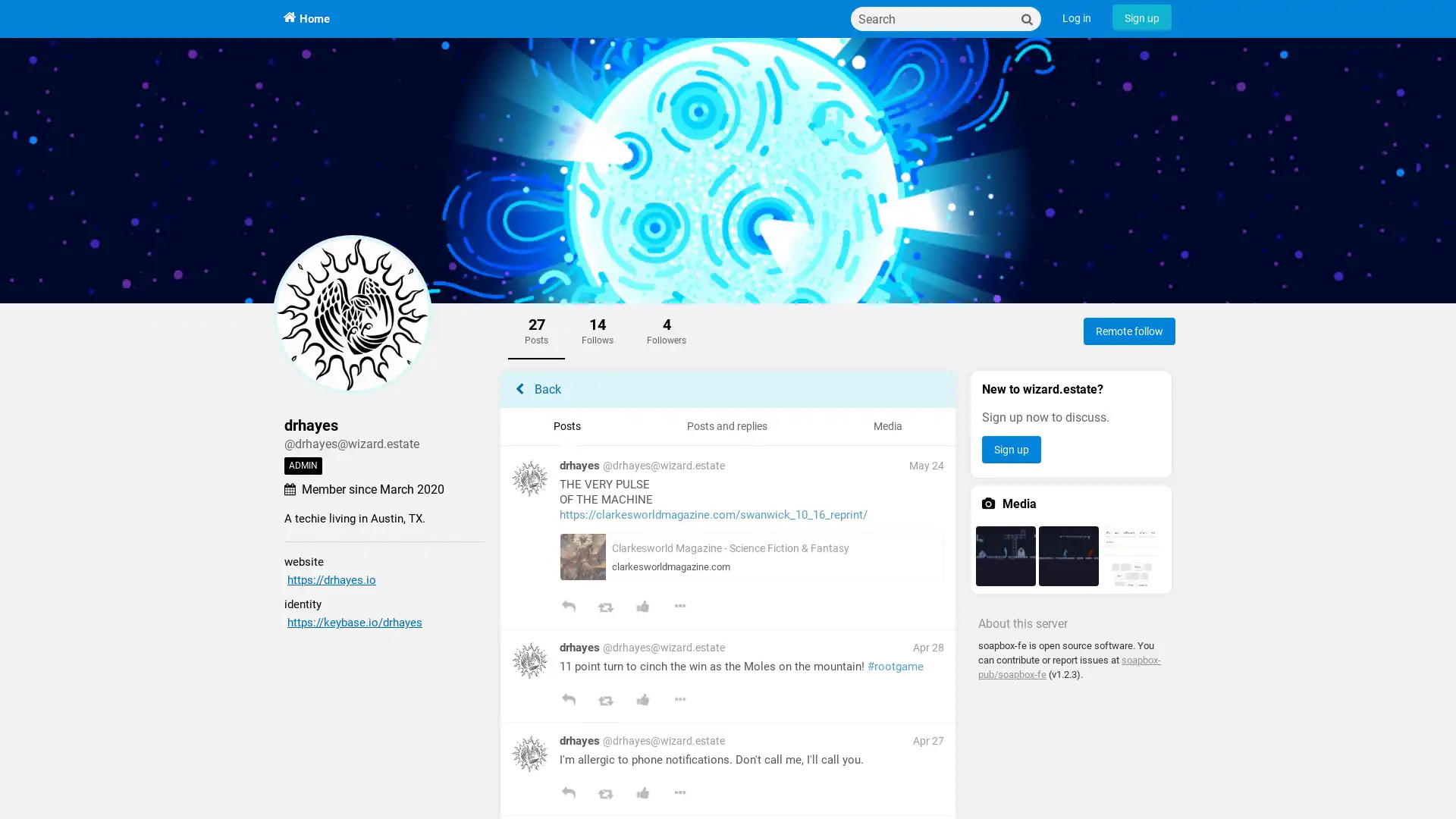 The image size is (1456, 819). I want to click on Reply, so click(567, 607).